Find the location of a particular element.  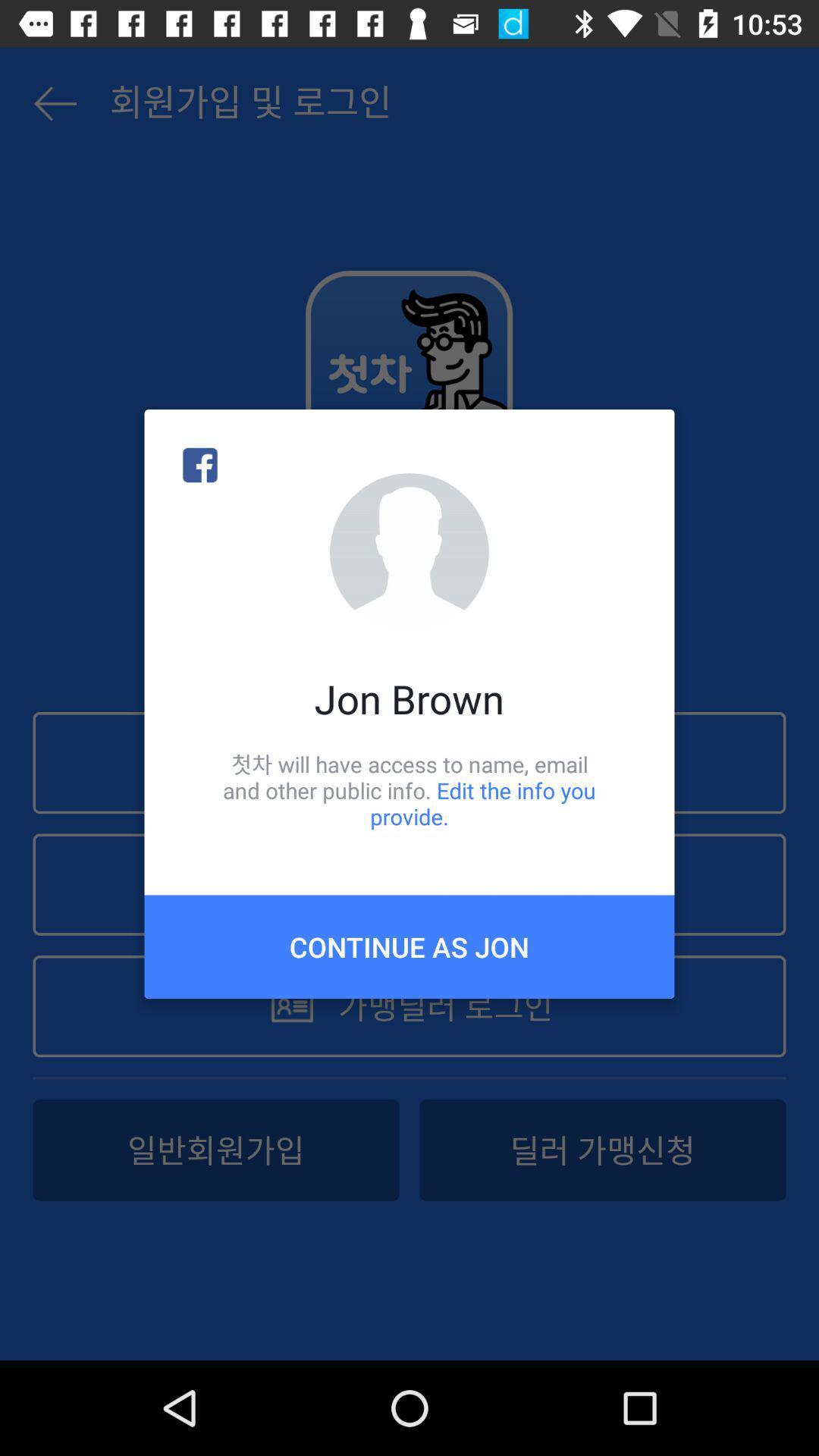

the continue as jon icon is located at coordinates (409, 946).